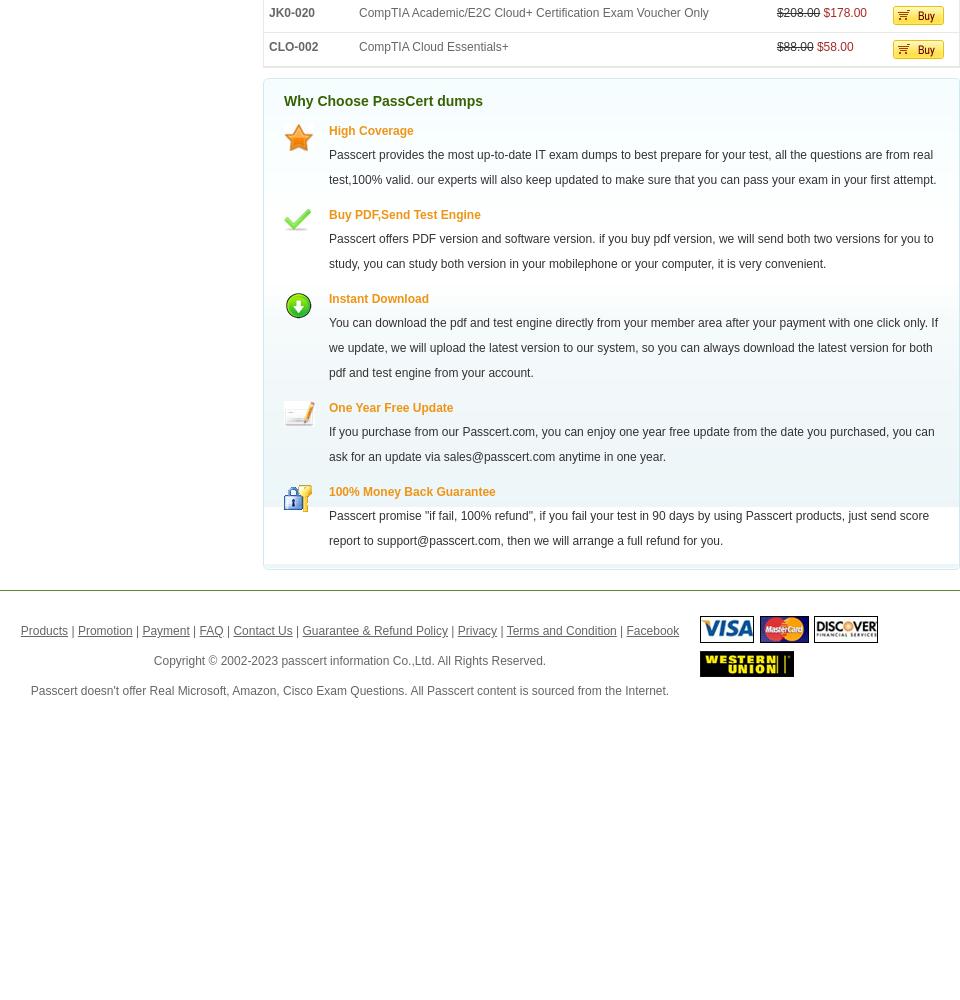 The width and height of the screenshot is (960, 1000). What do you see at coordinates (610, 541) in the screenshot?
I see `', then we will arrange a full refund for you.'` at bounding box center [610, 541].